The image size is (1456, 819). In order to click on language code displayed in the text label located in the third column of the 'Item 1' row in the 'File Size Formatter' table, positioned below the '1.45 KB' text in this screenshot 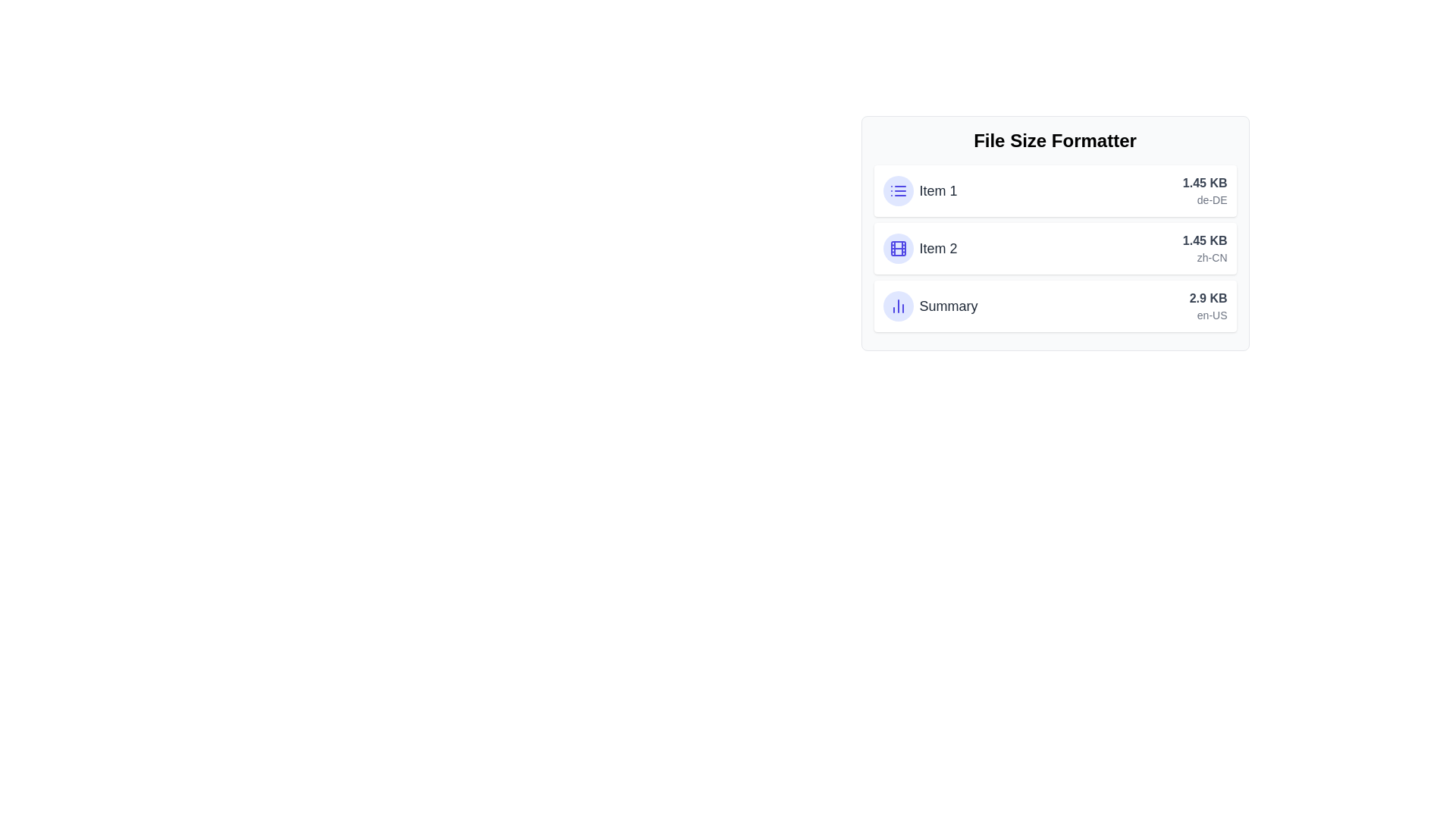, I will do `click(1204, 199)`.